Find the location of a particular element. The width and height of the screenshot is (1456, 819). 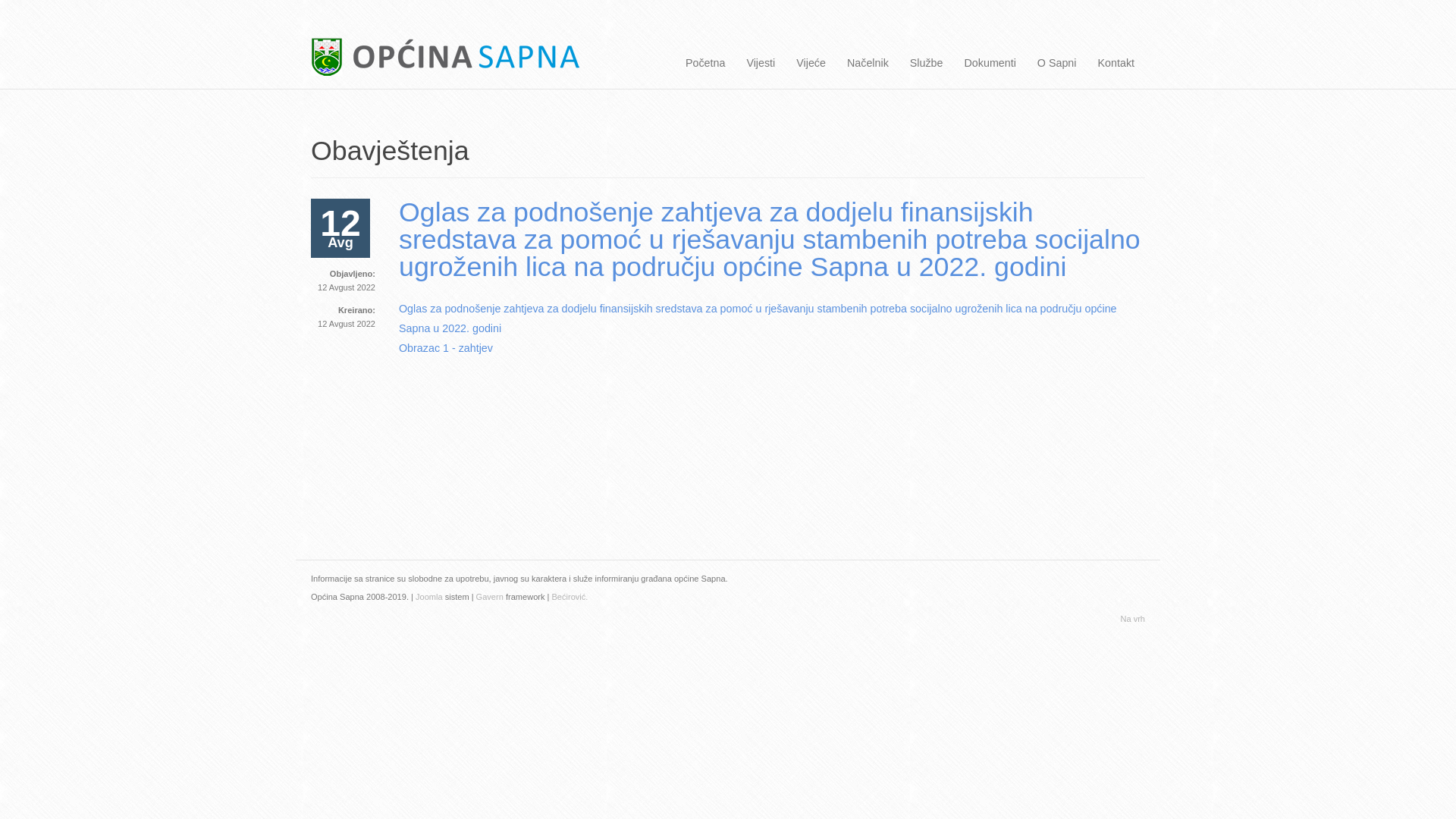

' Joomla' is located at coordinates (413, 595).